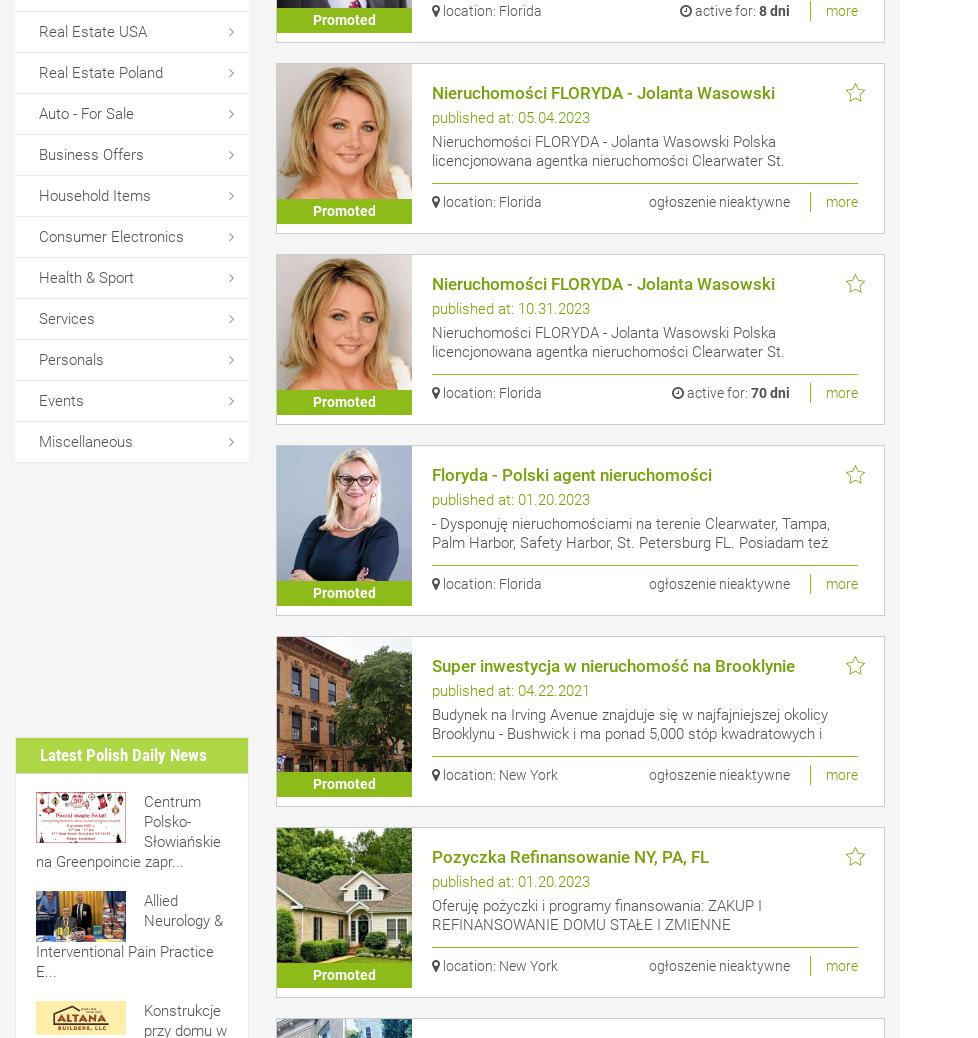 The height and width of the screenshot is (1038, 978). Describe the element at coordinates (570, 474) in the screenshot. I see `'Floryda - Polski agent nieruchomości'` at that location.